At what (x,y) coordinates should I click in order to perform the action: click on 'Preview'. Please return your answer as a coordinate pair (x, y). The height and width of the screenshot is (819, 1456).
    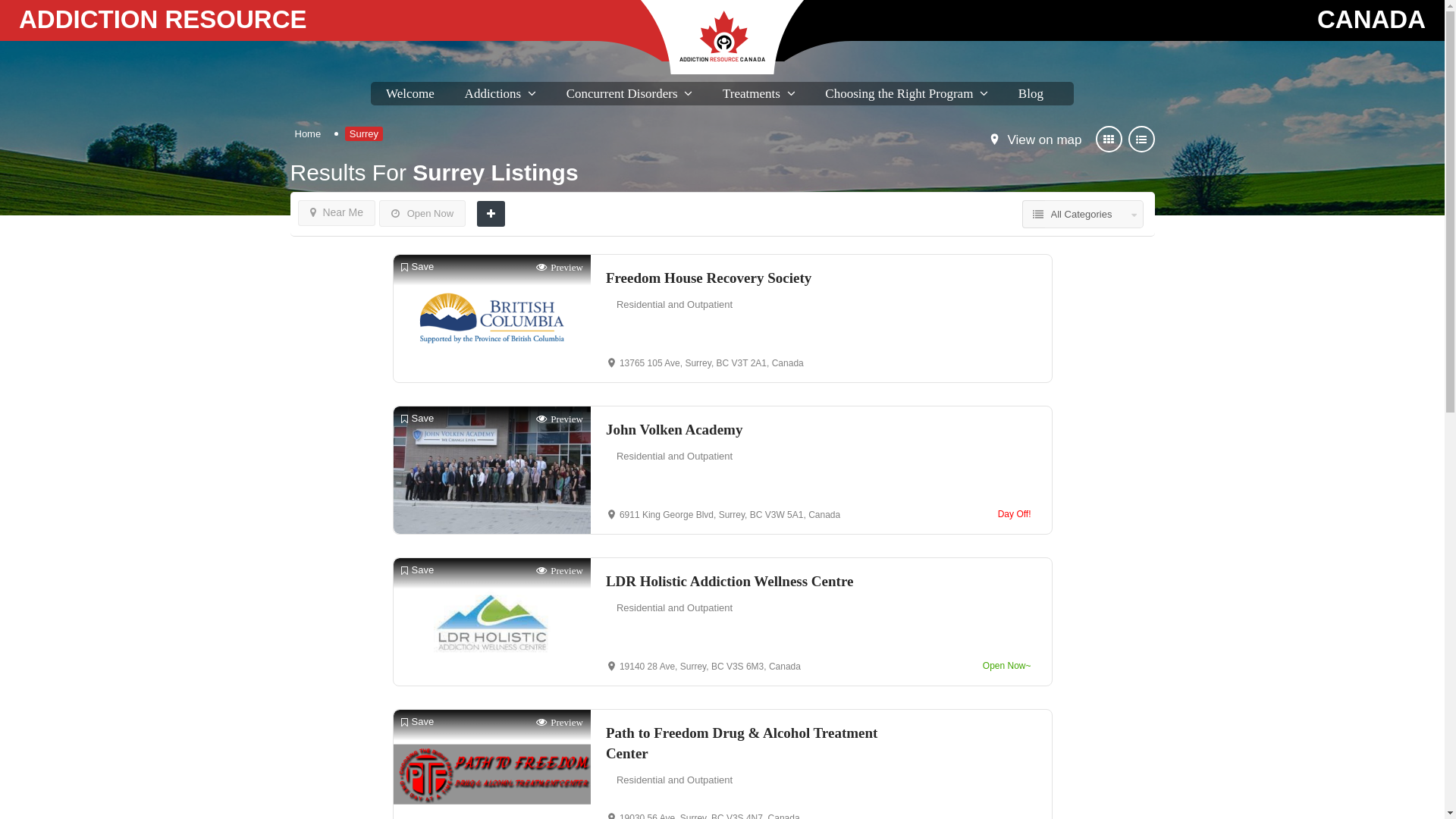
    Looking at the image, I should click on (535, 266).